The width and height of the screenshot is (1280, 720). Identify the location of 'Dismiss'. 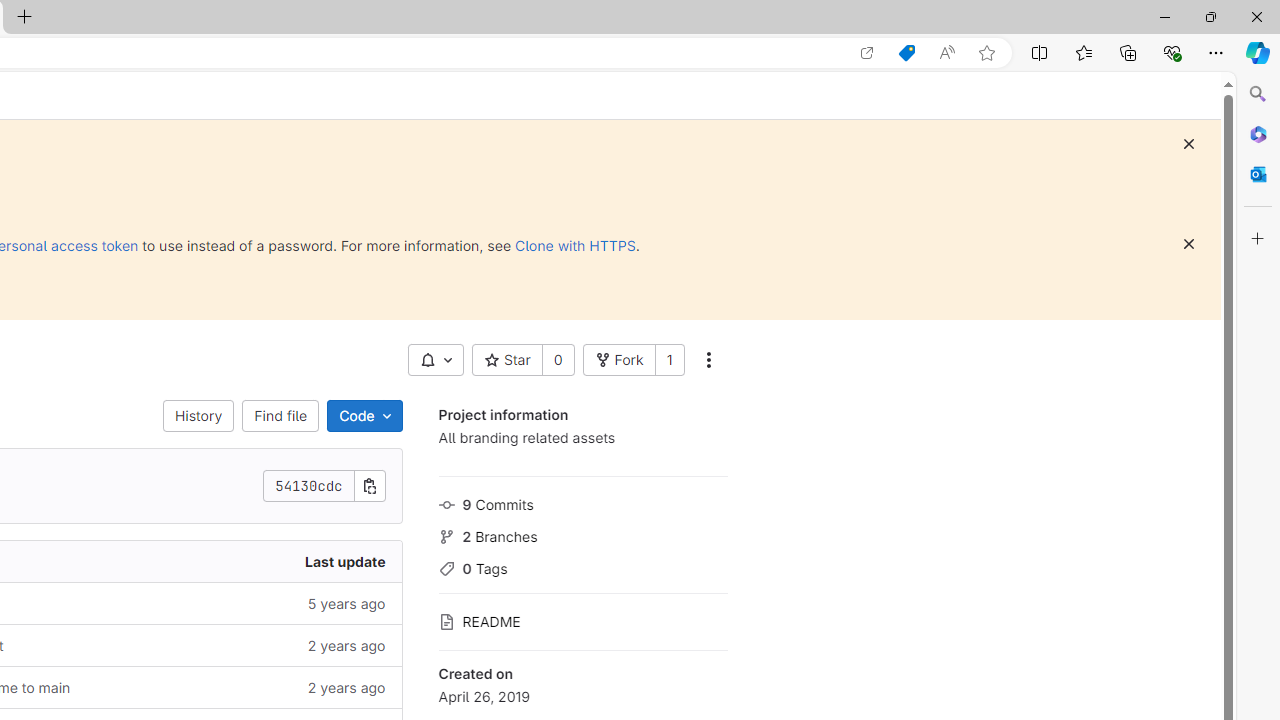
(1189, 243).